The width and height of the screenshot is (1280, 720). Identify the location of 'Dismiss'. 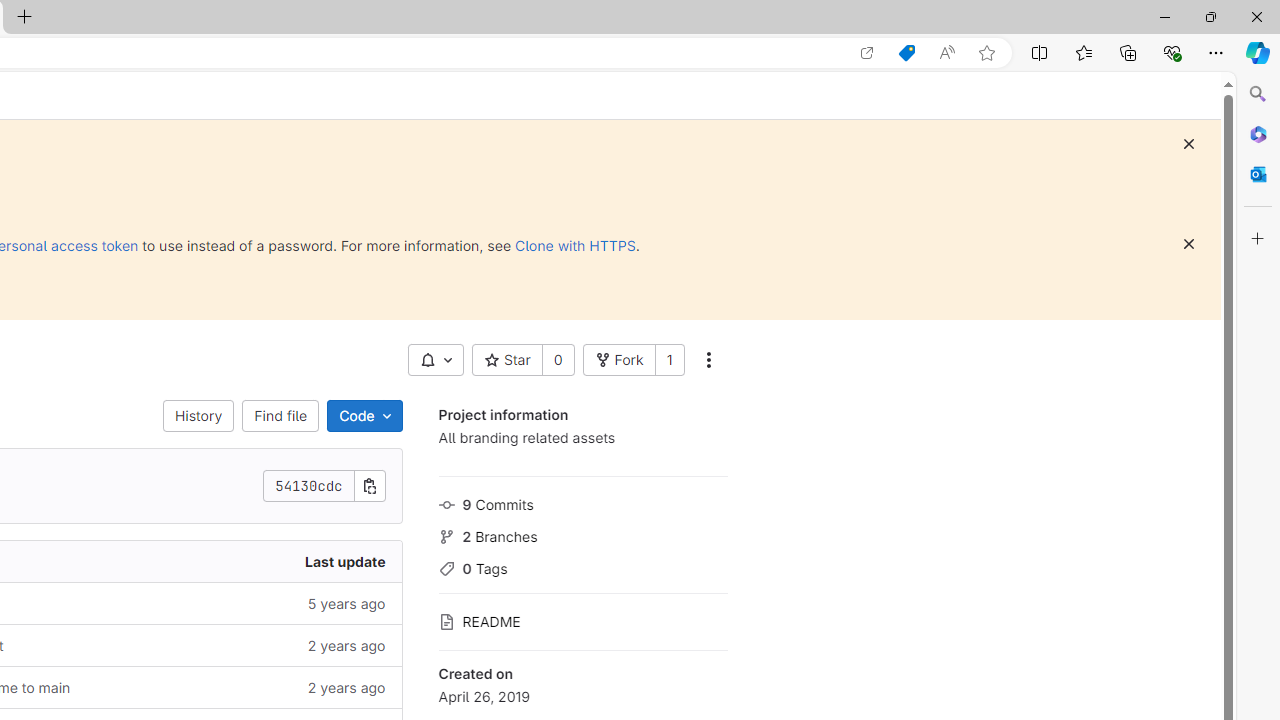
(1189, 243).